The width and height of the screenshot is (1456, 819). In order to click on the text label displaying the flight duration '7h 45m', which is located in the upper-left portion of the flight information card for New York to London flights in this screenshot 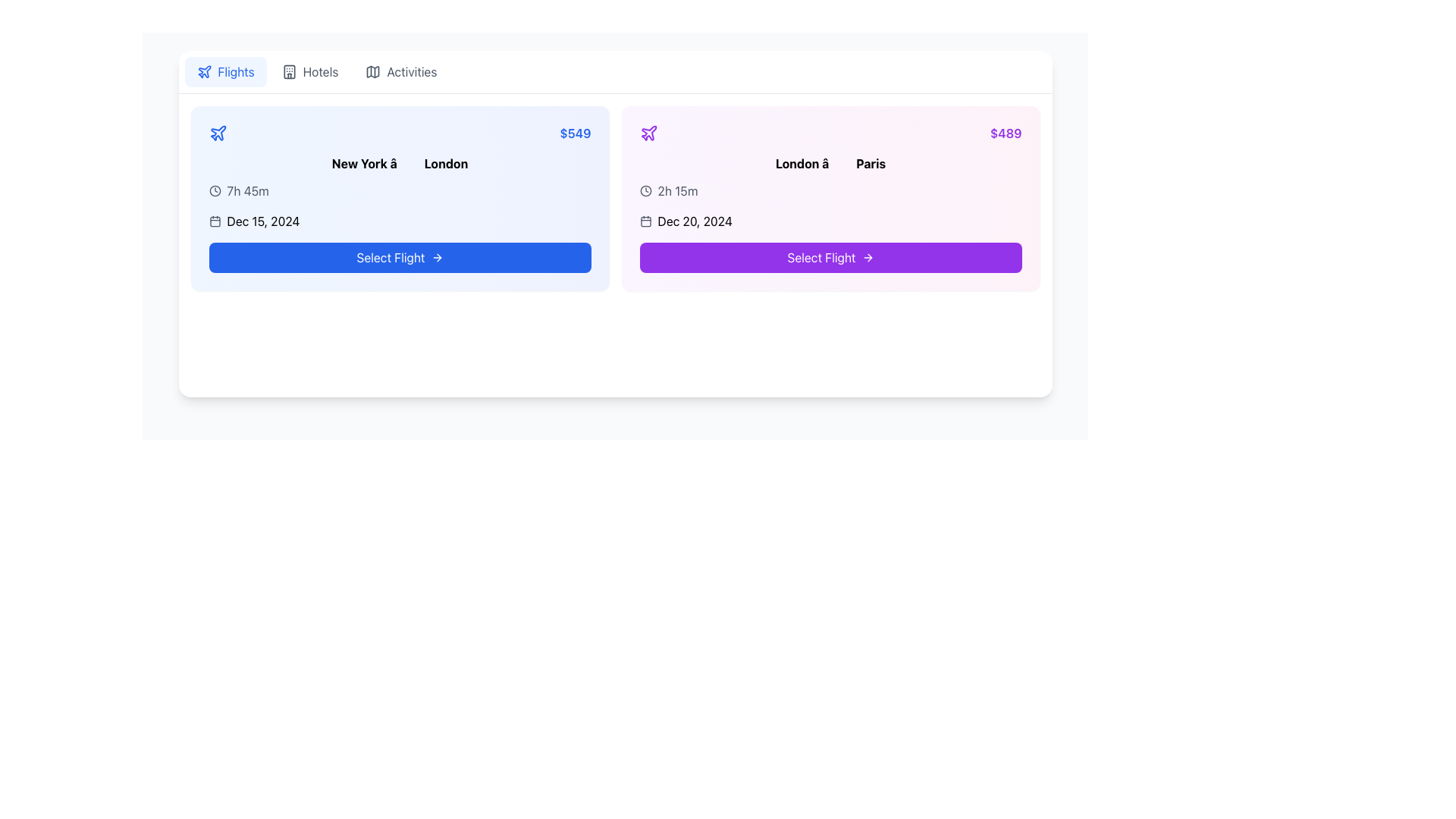, I will do `click(248, 190)`.